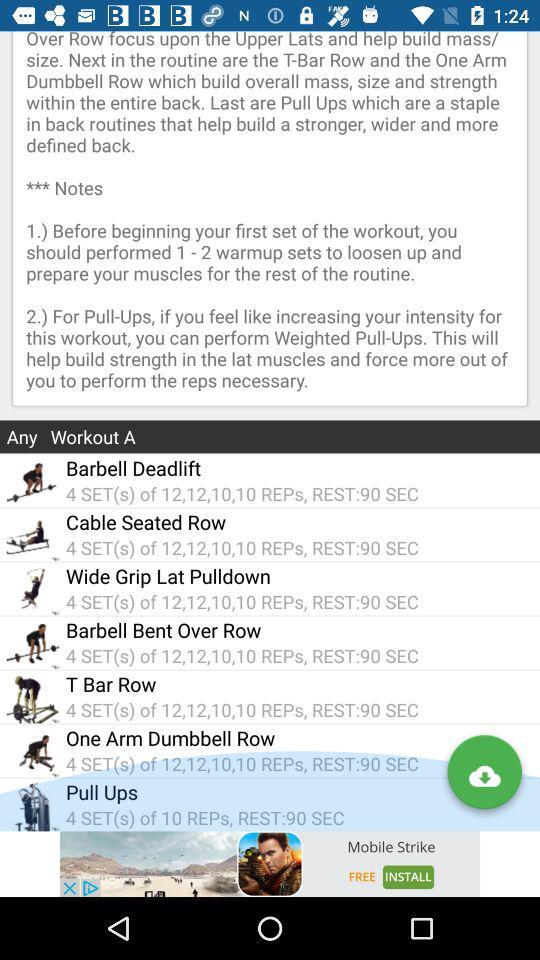  I want to click on download content, so click(483, 775).